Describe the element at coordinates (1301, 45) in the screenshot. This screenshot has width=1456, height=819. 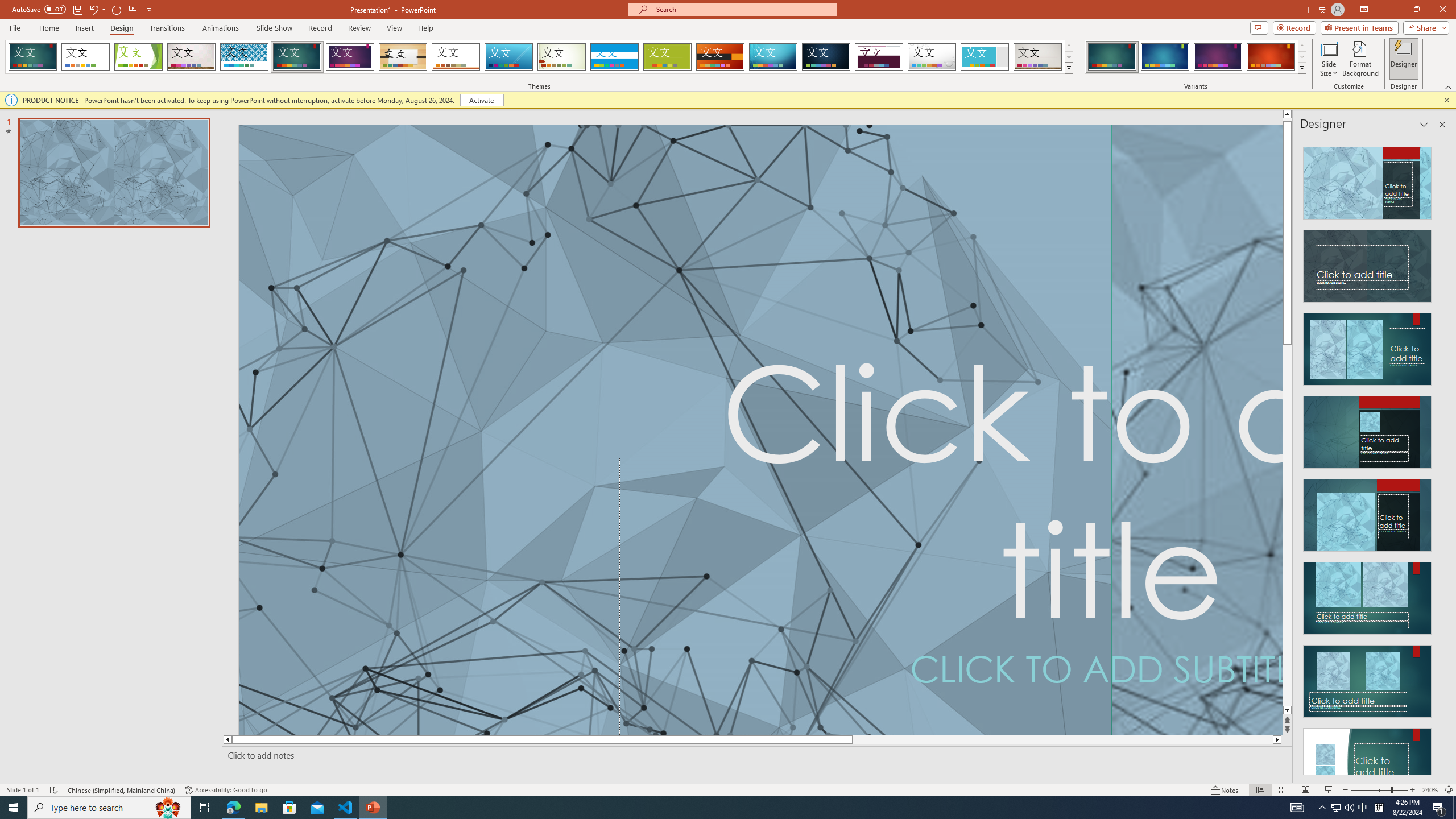
I see `'Row up'` at that location.